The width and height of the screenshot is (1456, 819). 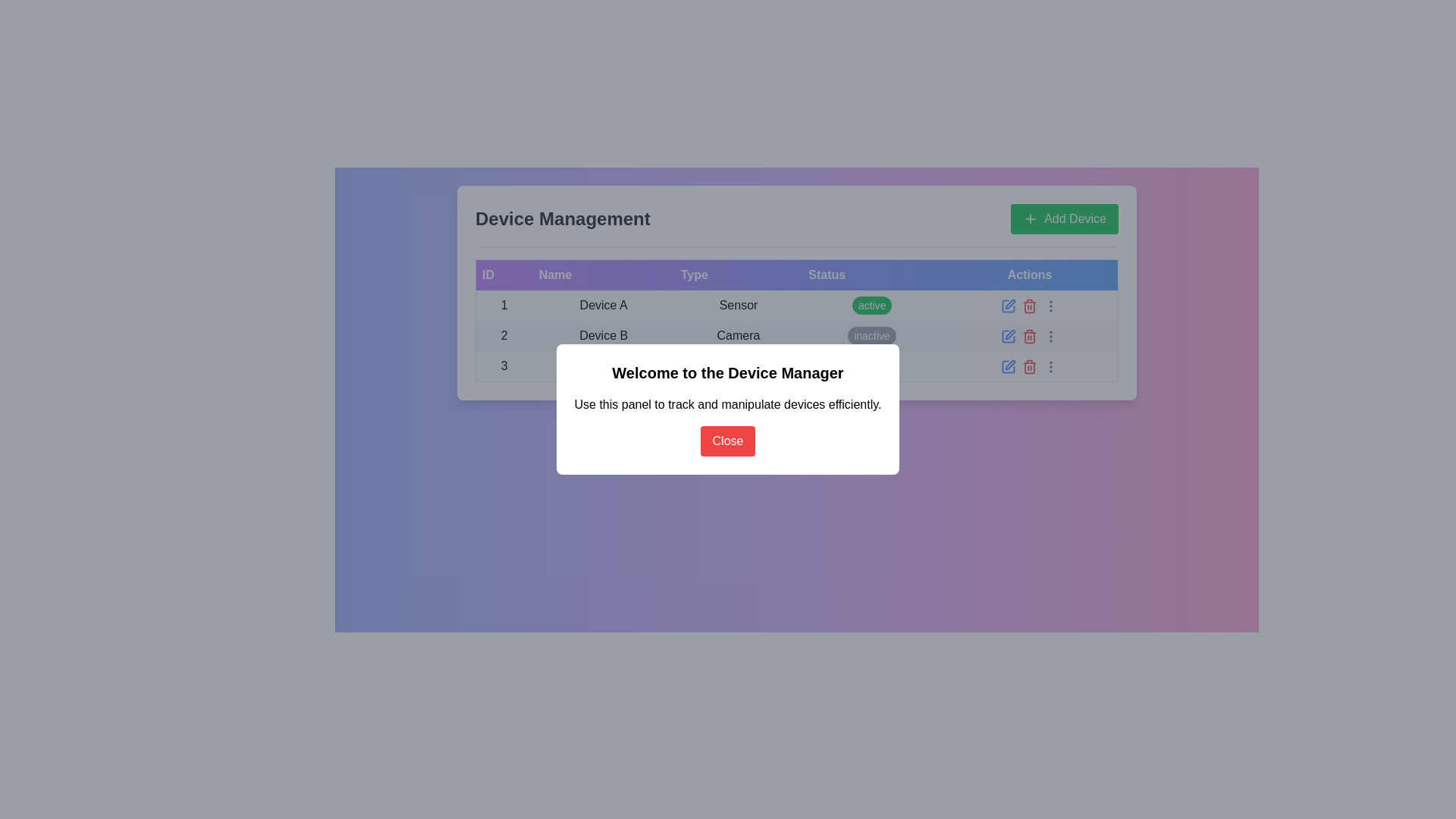 I want to click on the blue square icon button with a pen icon in the 'Actions' column for 'Device B' to potentially reveal additional information or a tooltip, so click(x=1008, y=335).